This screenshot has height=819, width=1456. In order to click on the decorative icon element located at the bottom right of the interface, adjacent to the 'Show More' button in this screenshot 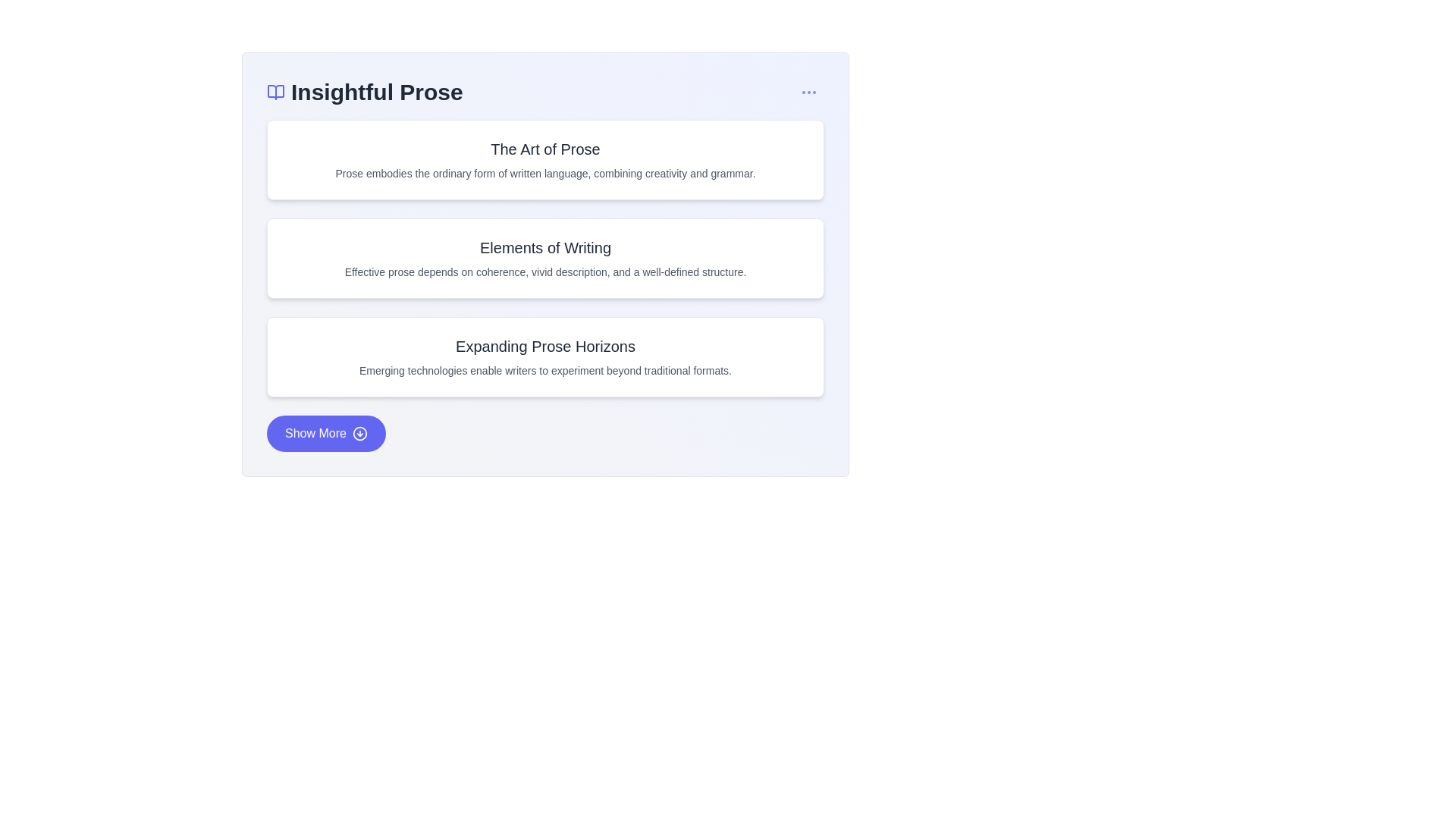, I will do `click(359, 433)`.